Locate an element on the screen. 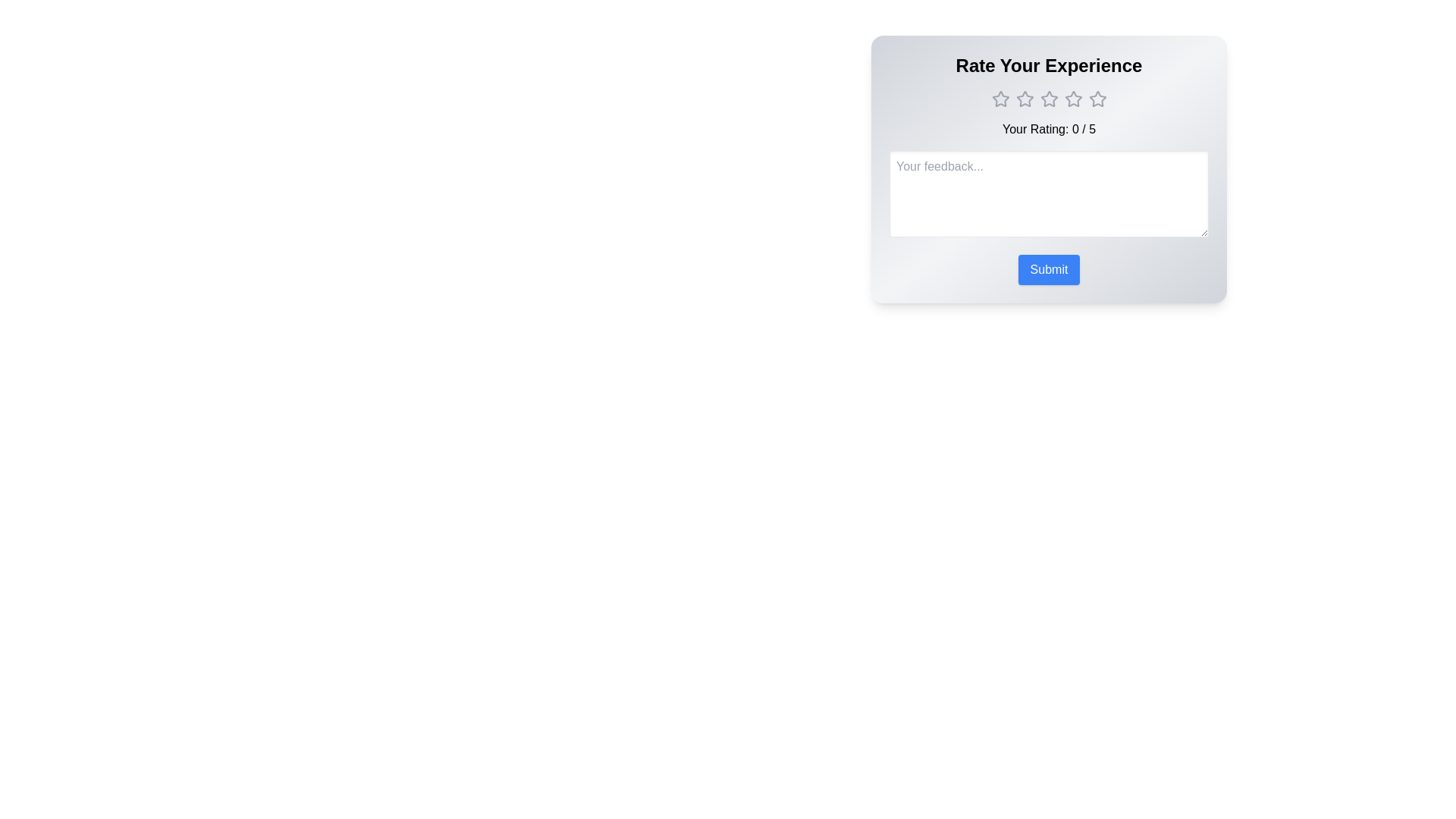 The width and height of the screenshot is (1456, 819). the rating to 1 stars by clicking on the corresponding star is located at coordinates (1000, 99).